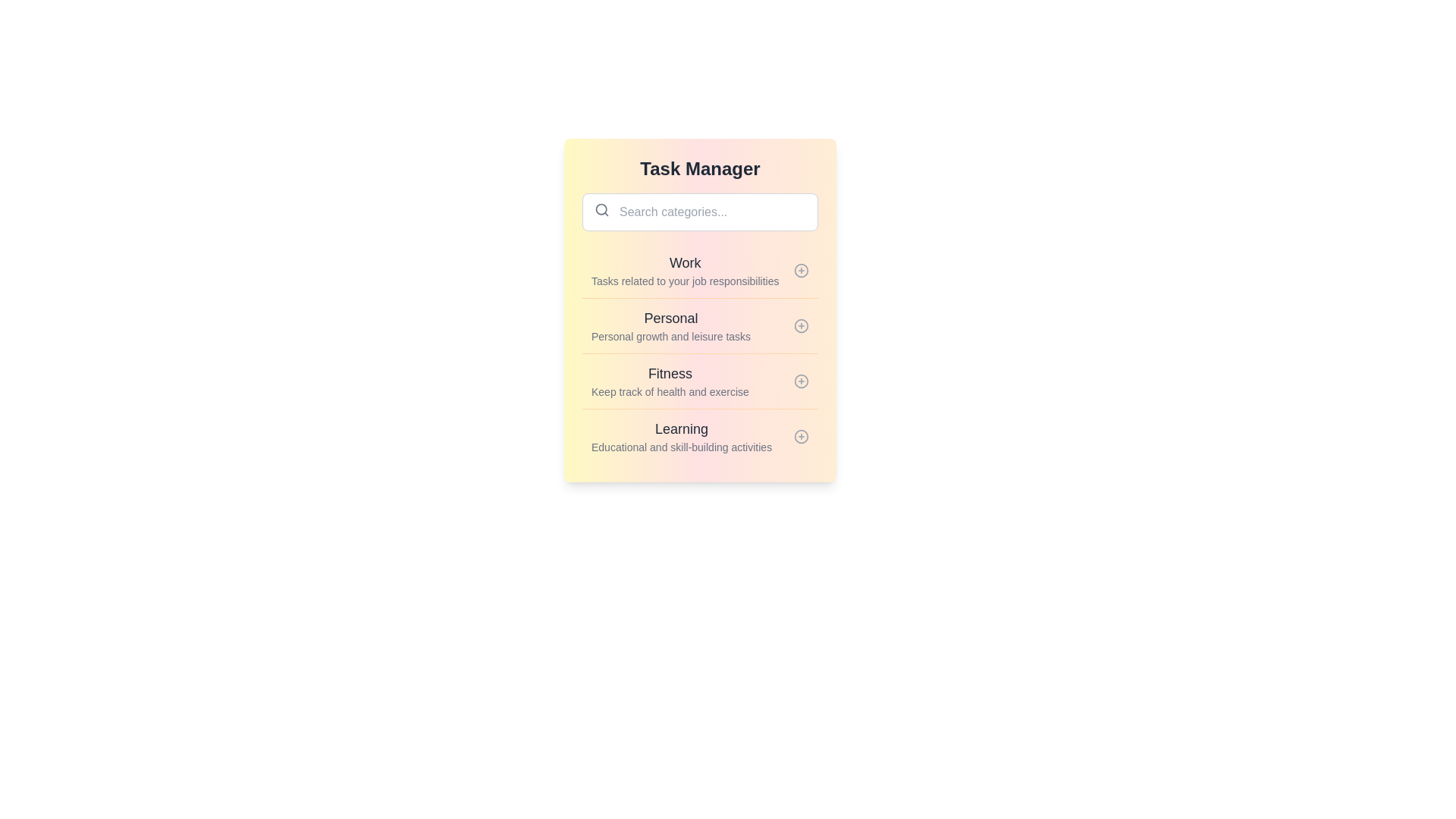 This screenshot has height=819, width=1456. What do you see at coordinates (669, 391) in the screenshot?
I see `the text label reading 'Keep track of health and exercise', which is located beneath the 'Fitness' title in the structured list` at bounding box center [669, 391].